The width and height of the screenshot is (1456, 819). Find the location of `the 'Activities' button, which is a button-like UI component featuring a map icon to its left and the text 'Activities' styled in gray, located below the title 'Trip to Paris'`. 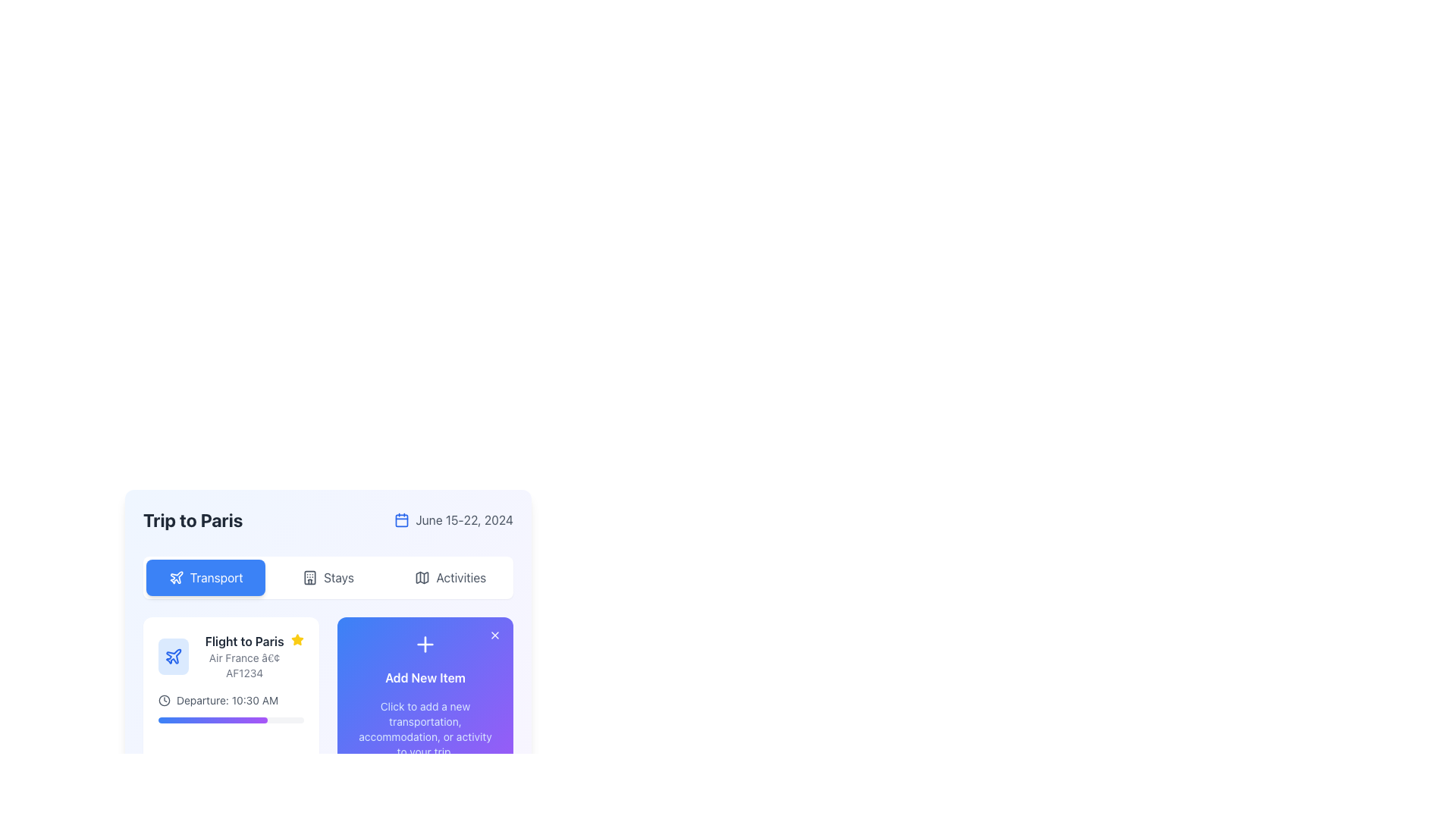

the 'Activities' button, which is a button-like UI component featuring a map icon to its left and the text 'Activities' styled in gray, located below the title 'Trip to Paris' is located at coordinates (450, 578).